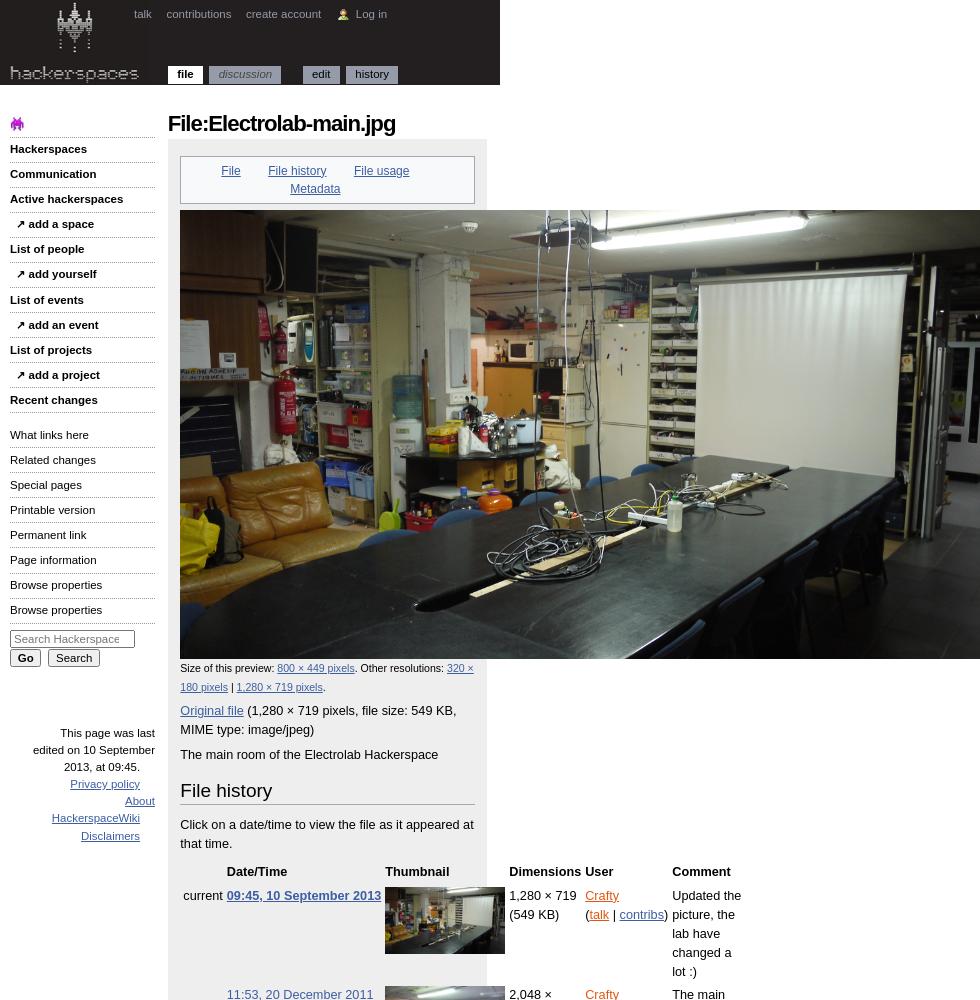 The image size is (980, 1000). I want to click on 'File:Electrolab-main.jpg', so click(166, 121).